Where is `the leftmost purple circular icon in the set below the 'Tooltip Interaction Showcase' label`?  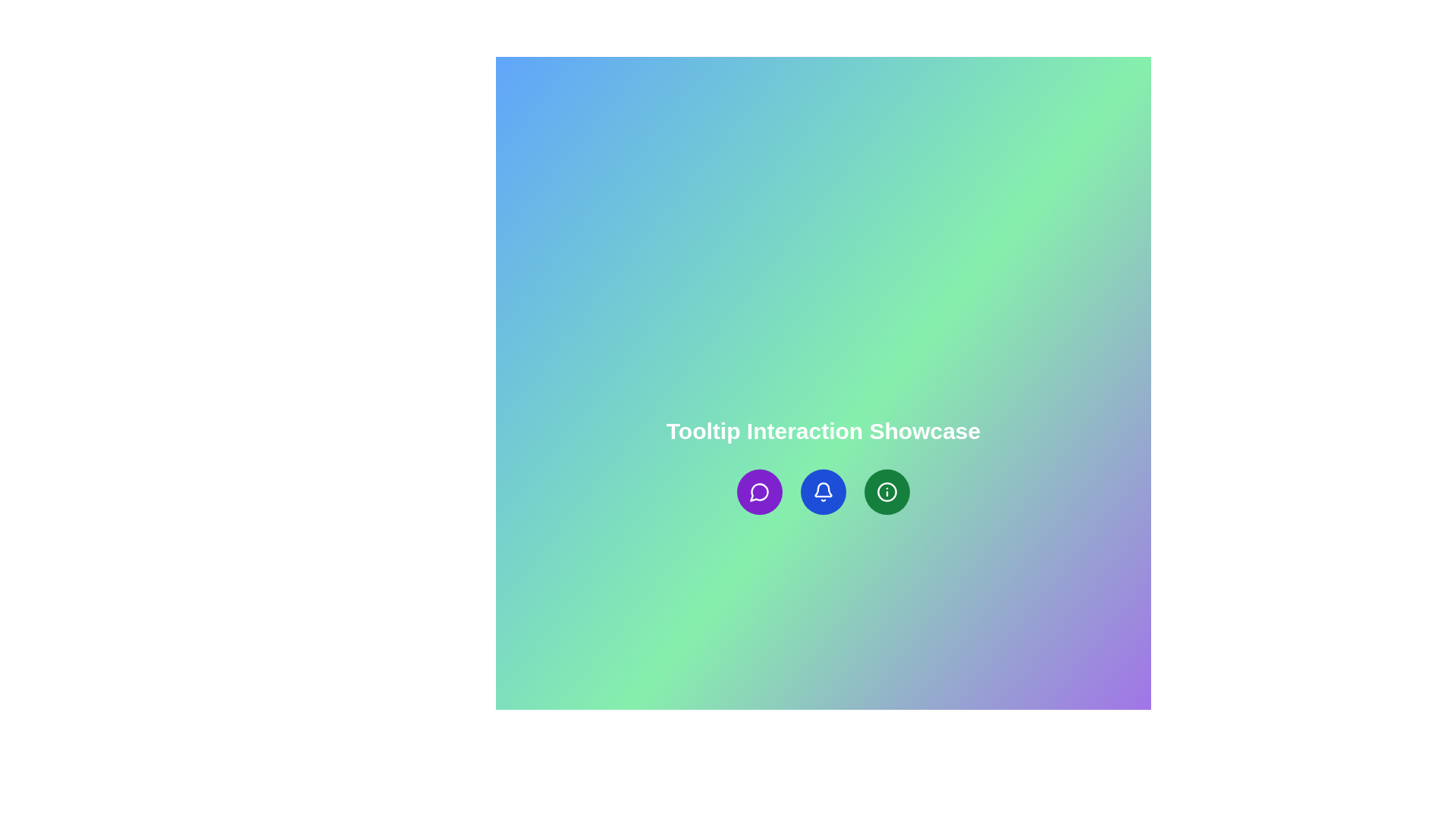 the leftmost purple circular icon in the set below the 'Tooltip Interaction Showcase' label is located at coordinates (759, 492).